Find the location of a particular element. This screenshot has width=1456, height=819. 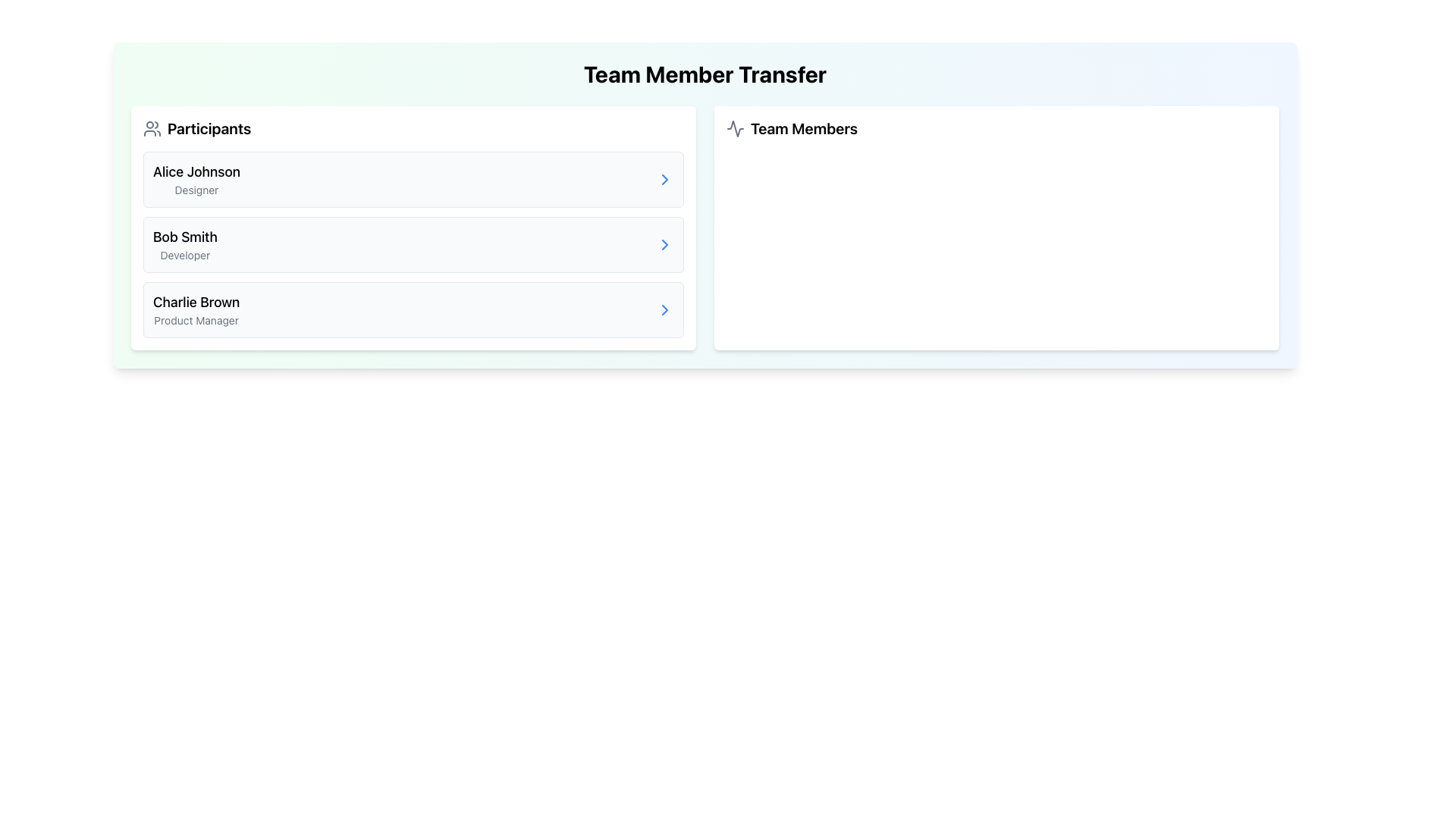

the decorative icon located to the left of the 'Participants' text in the header section of the 'Participants' card is located at coordinates (152, 127).